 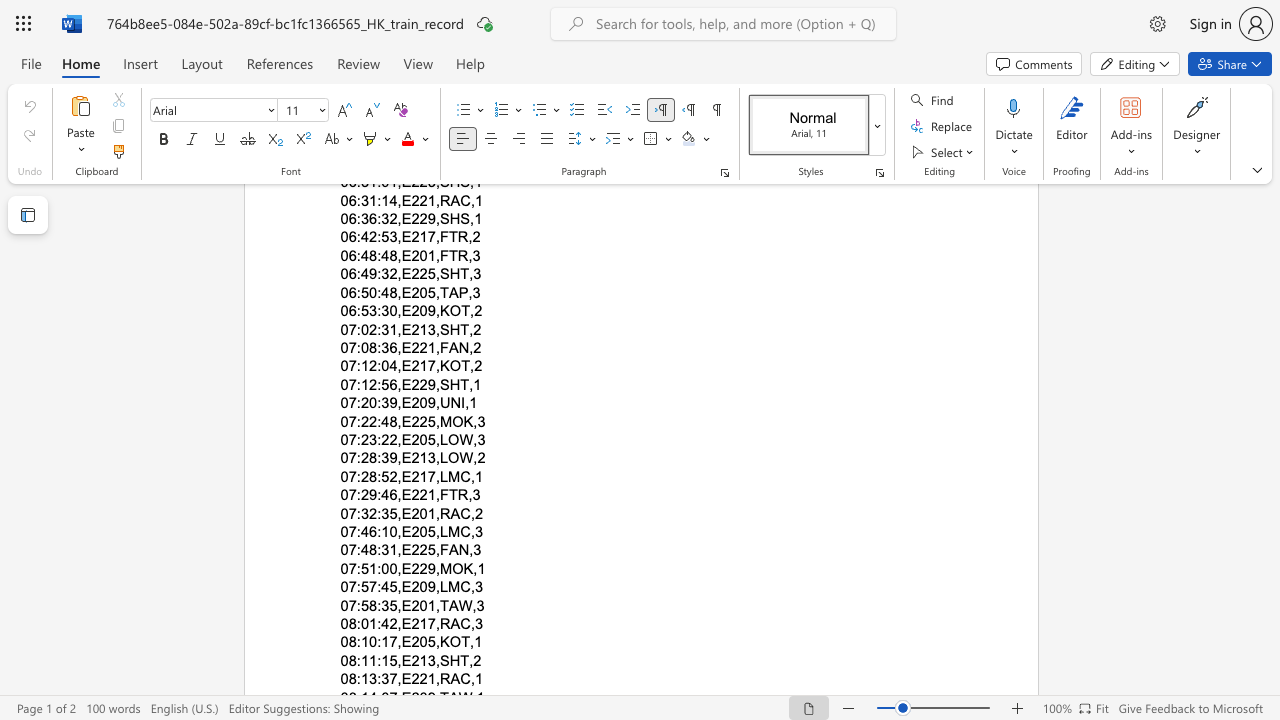 What do you see at coordinates (418, 550) in the screenshot?
I see `the space between the continuous character "2" and "2" in the text` at bounding box center [418, 550].